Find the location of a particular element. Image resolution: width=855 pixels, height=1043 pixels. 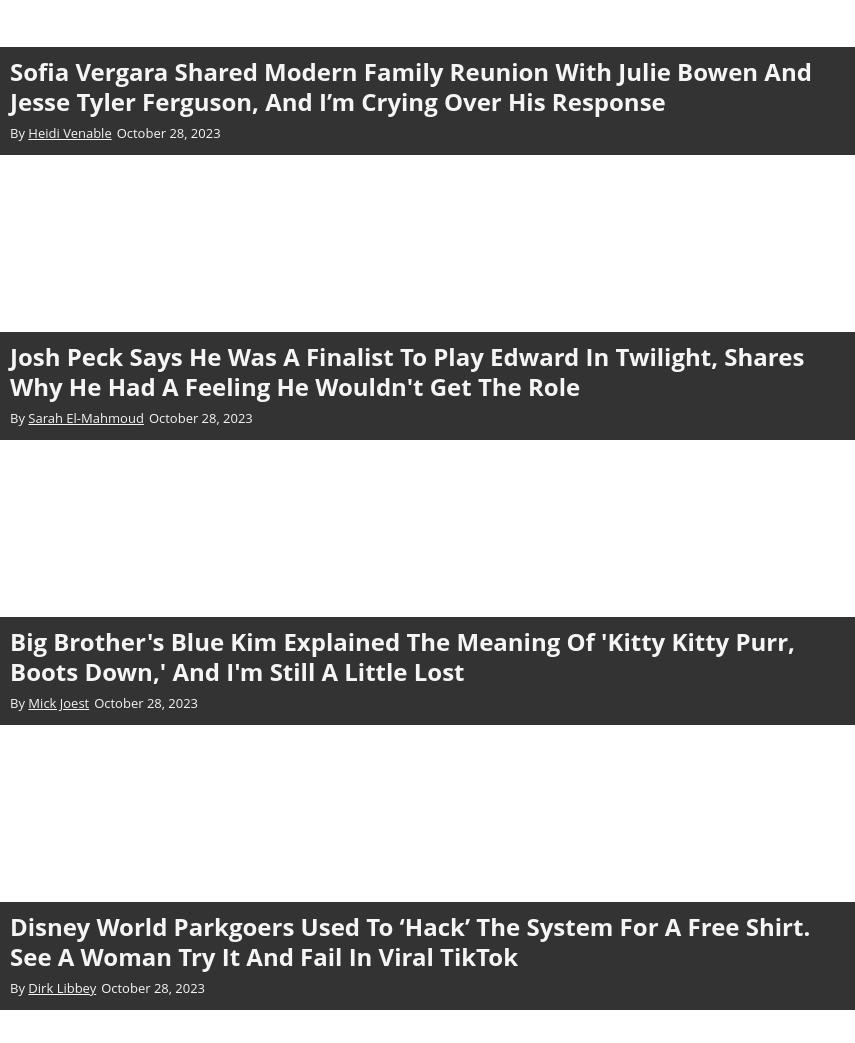

'Disney World Parkgoers Used To ‘Hack’ The System For A Free Shirt. See A Woman Try It And Fail In Viral TikTok' is located at coordinates (409, 940).